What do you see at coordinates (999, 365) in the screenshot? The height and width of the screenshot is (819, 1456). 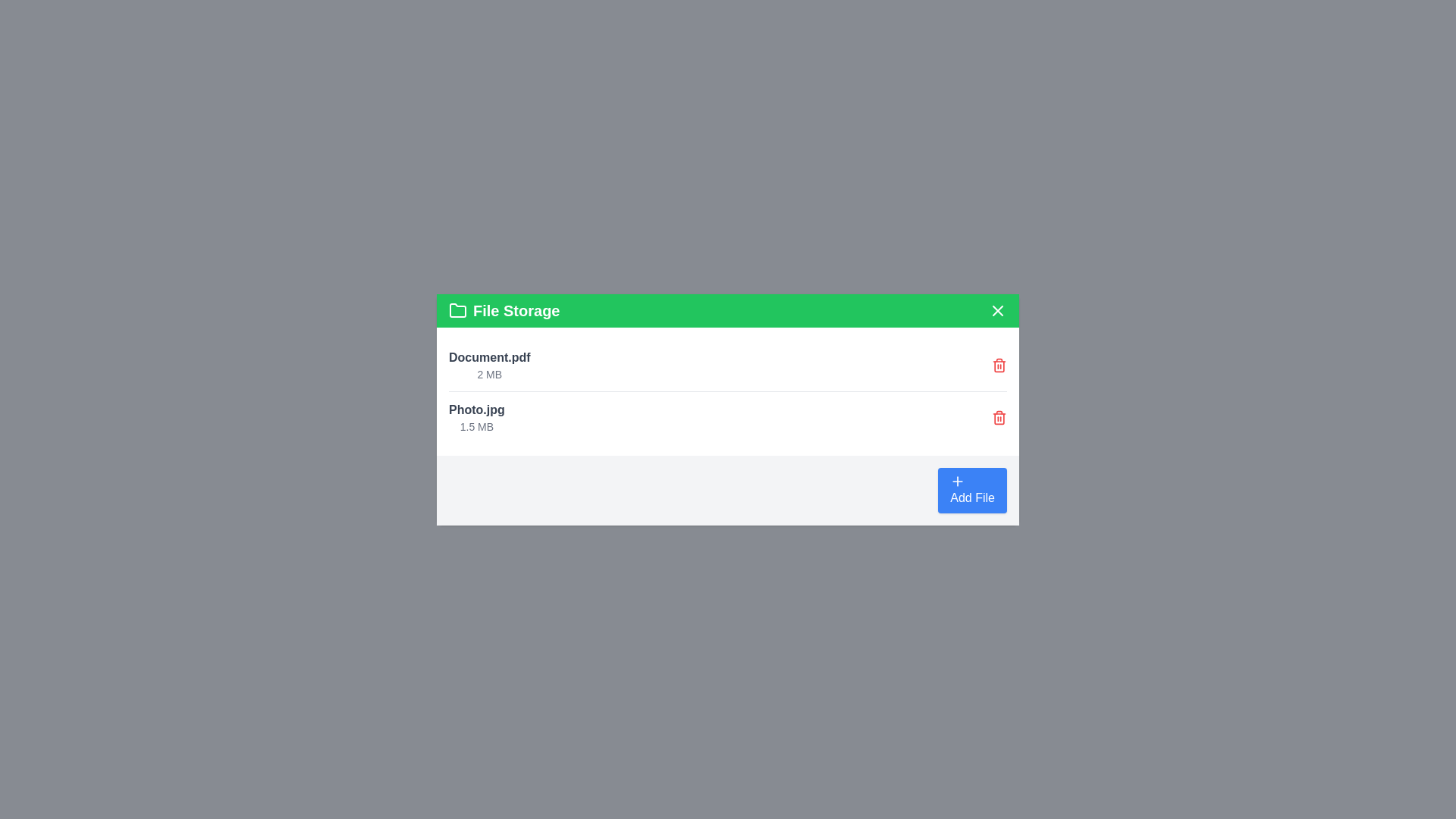 I see `the delete button for the file named Document.pdf` at bounding box center [999, 365].